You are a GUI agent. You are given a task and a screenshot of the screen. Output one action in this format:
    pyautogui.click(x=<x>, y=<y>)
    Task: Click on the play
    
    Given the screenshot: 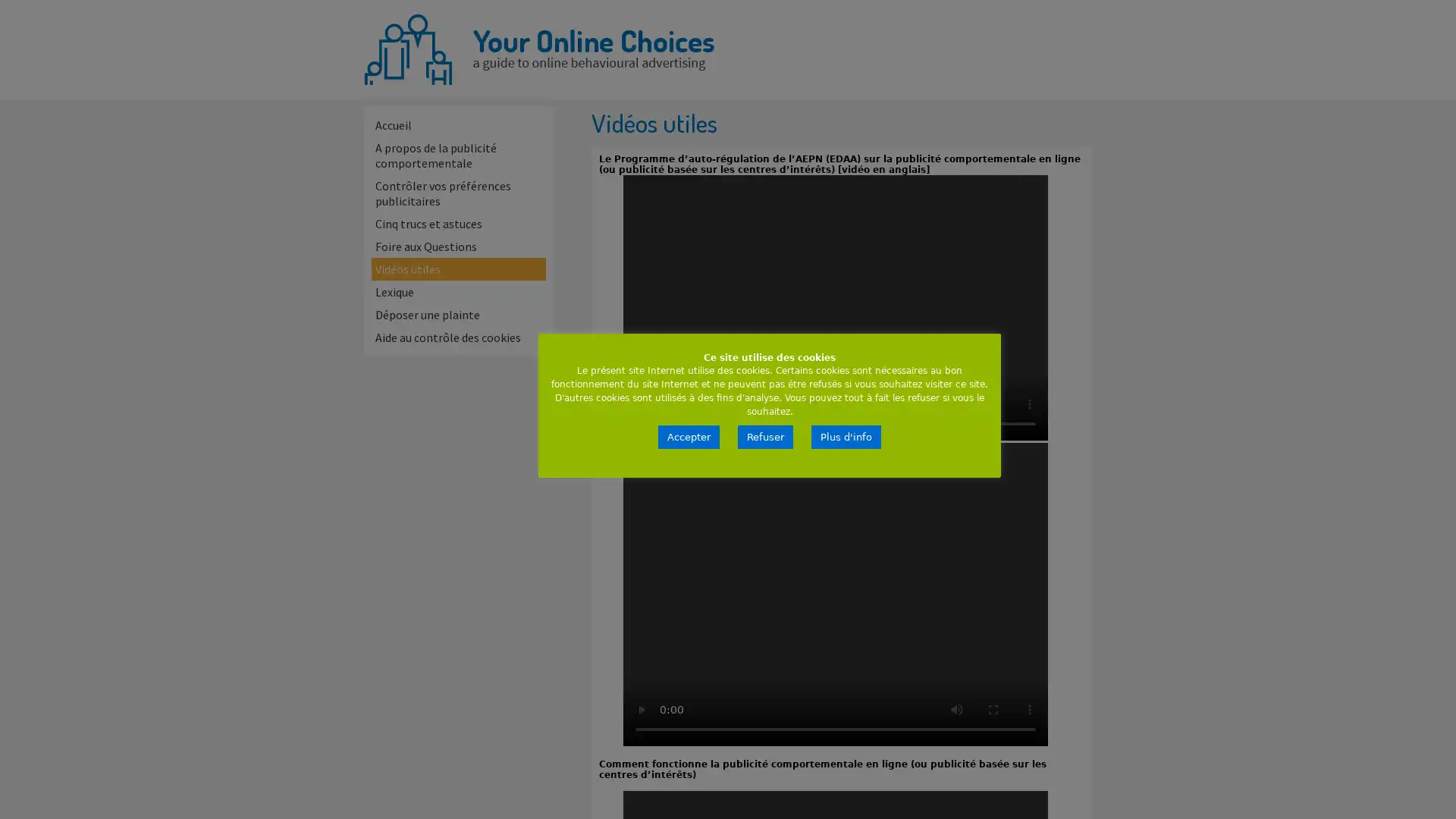 What is the action you would take?
    pyautogui.click(x=641, y=403)
    